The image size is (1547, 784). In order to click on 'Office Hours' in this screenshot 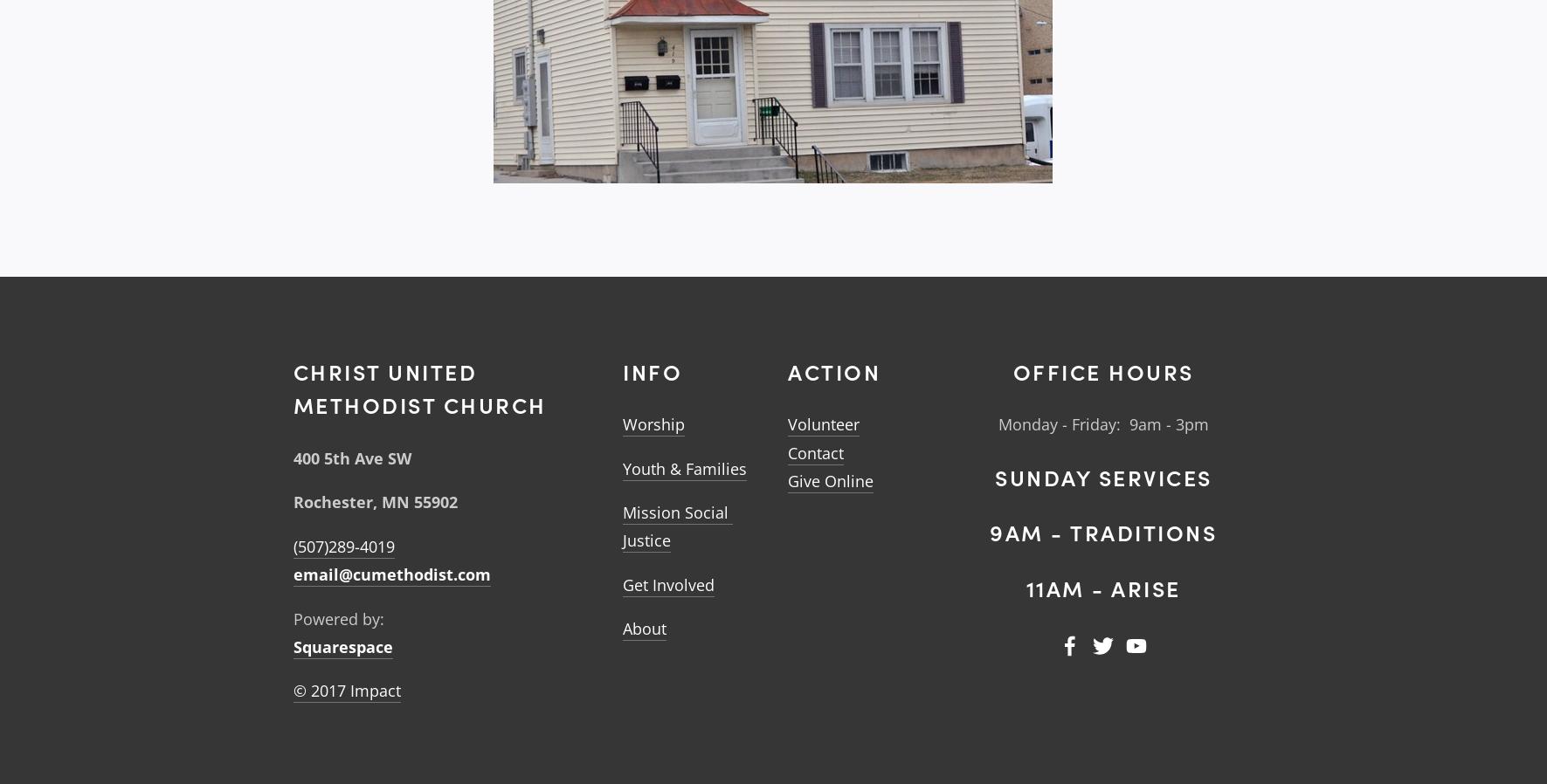, I will do `click(1012, 370)`.